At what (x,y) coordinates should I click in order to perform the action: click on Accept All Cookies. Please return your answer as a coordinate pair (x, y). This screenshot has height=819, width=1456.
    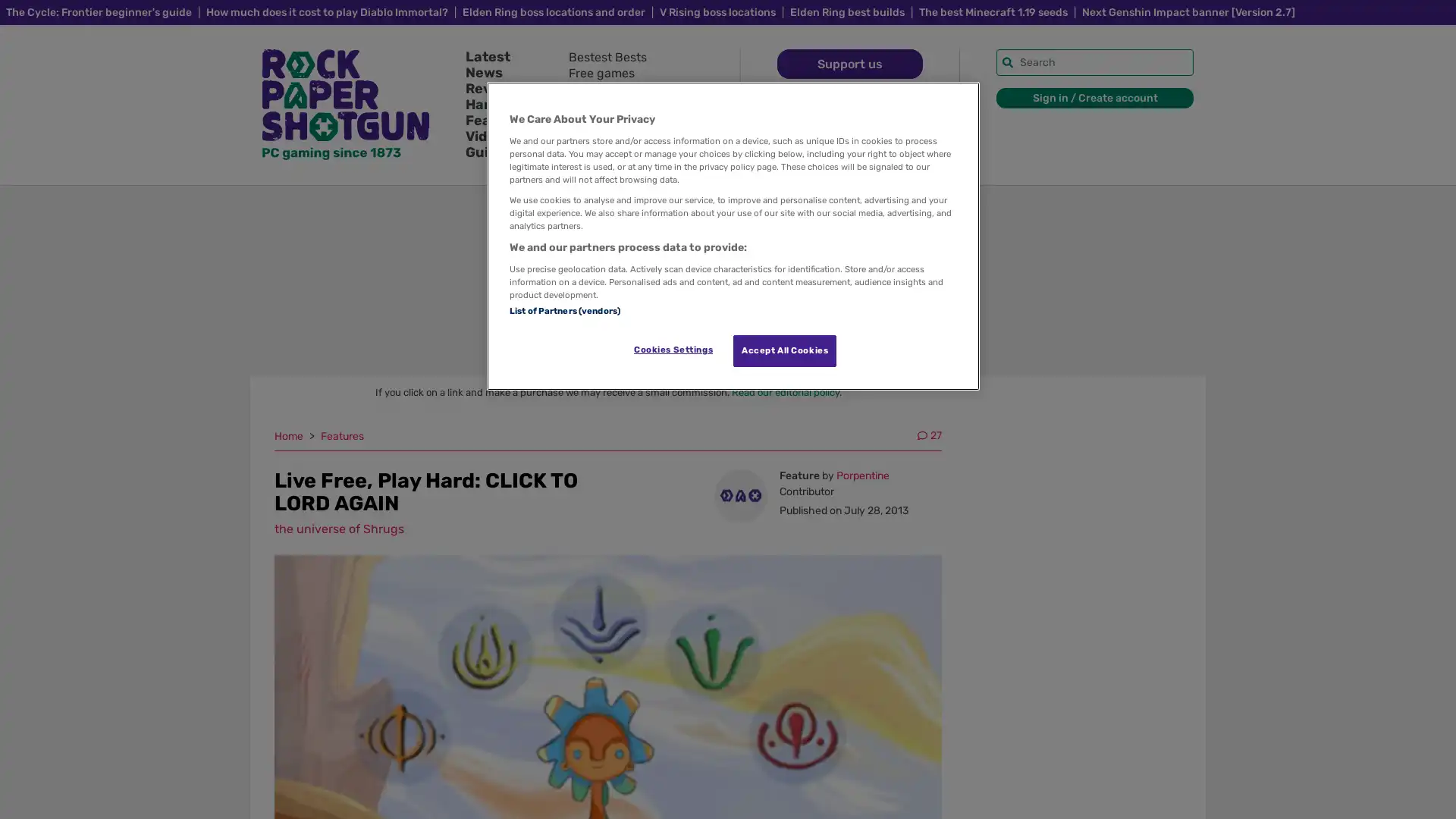
    Looking at the image, I should click on (785, 350).